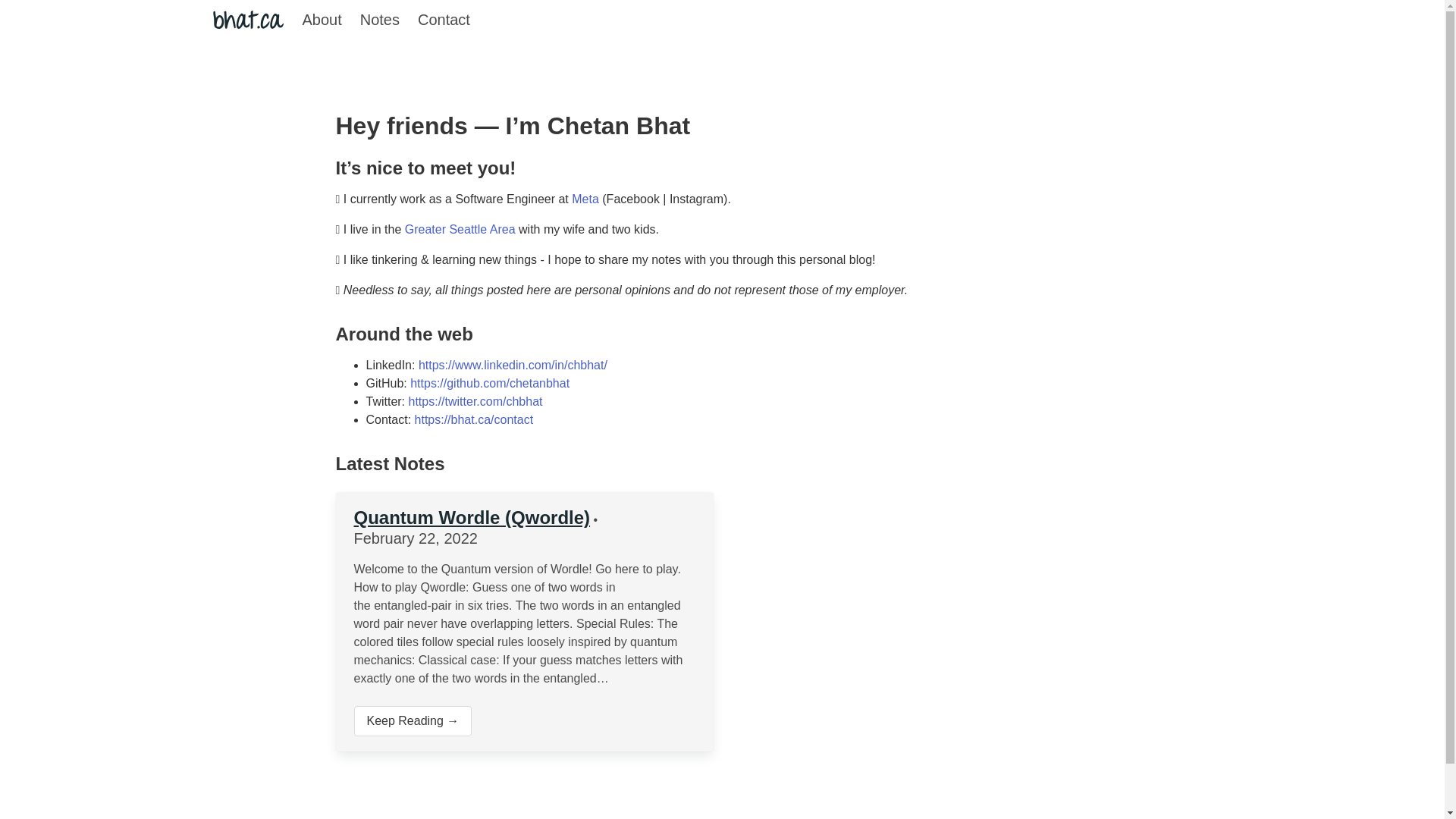 The image size is (1456, 819). Describe the element at coordinates (379, 20) in the screenshot. I see `'Notes'` at that location.